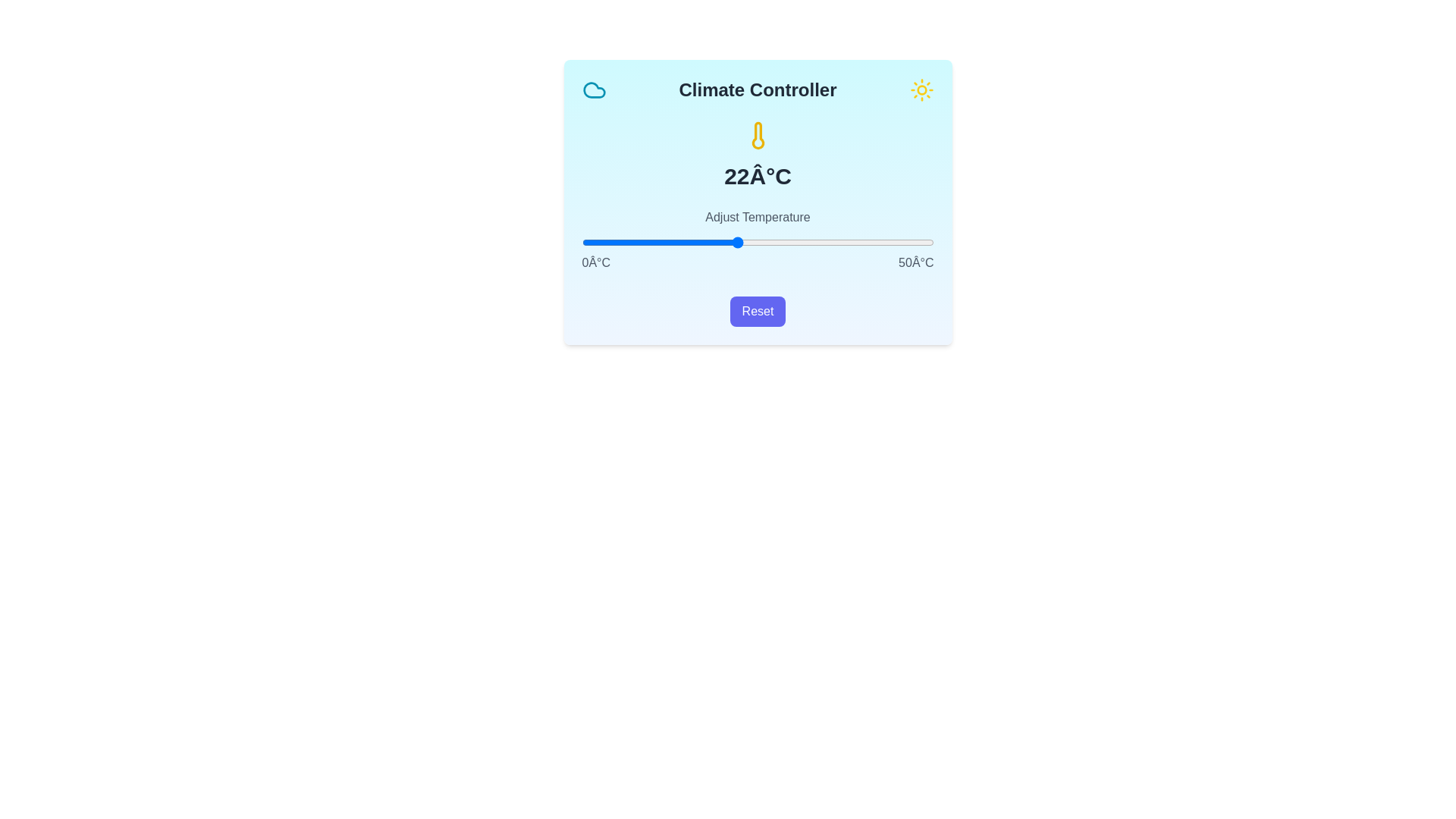 This screenshot has width=1456, height=819. What do you see at coordinates (758, 311) in the screenshot?
I see `reset button to reset the temperature to its default value` at bounding box center [758, 311].